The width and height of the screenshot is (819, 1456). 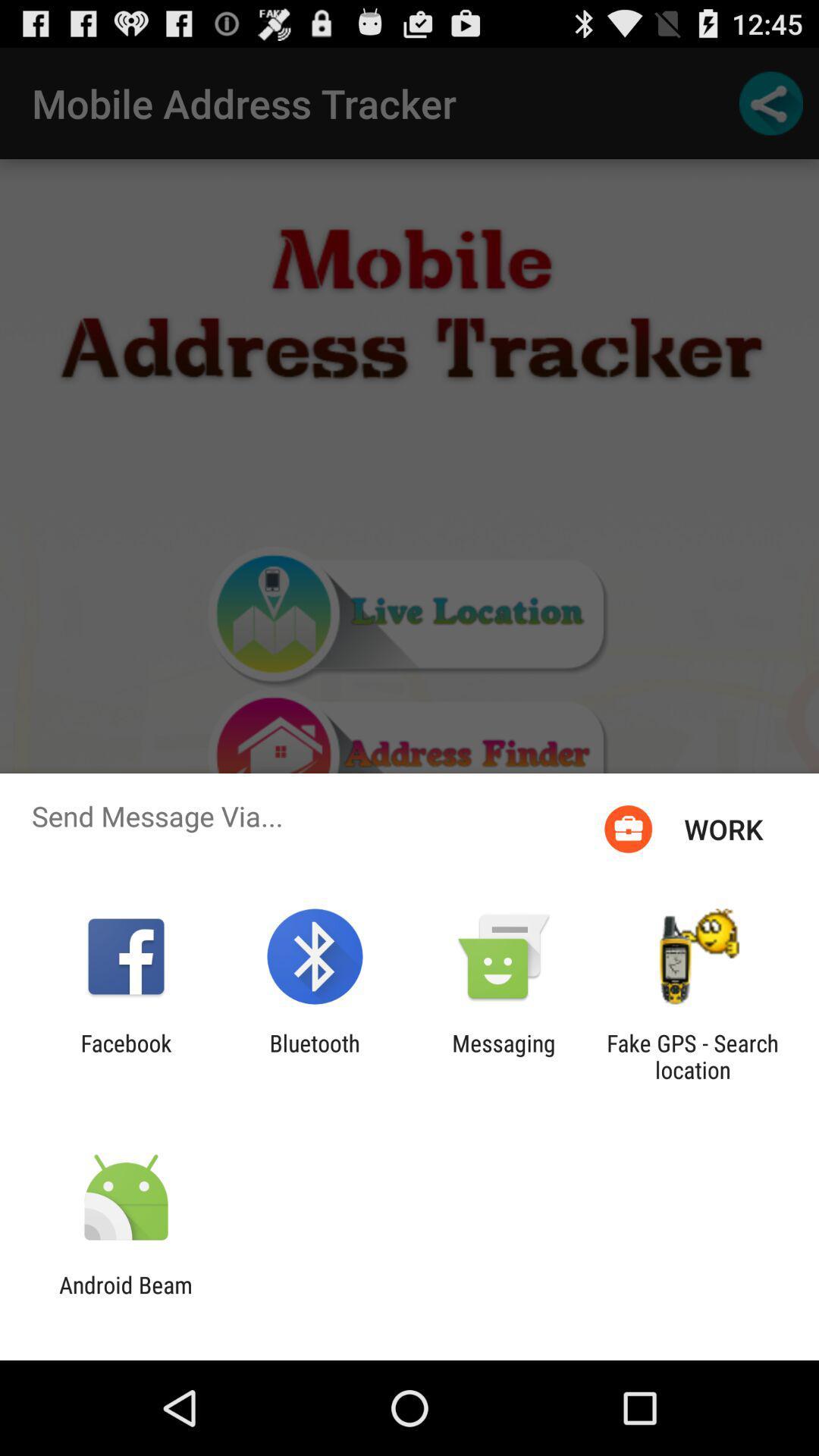 I want to click on the app at the bottom right corner, so click(x=692, y=1056).